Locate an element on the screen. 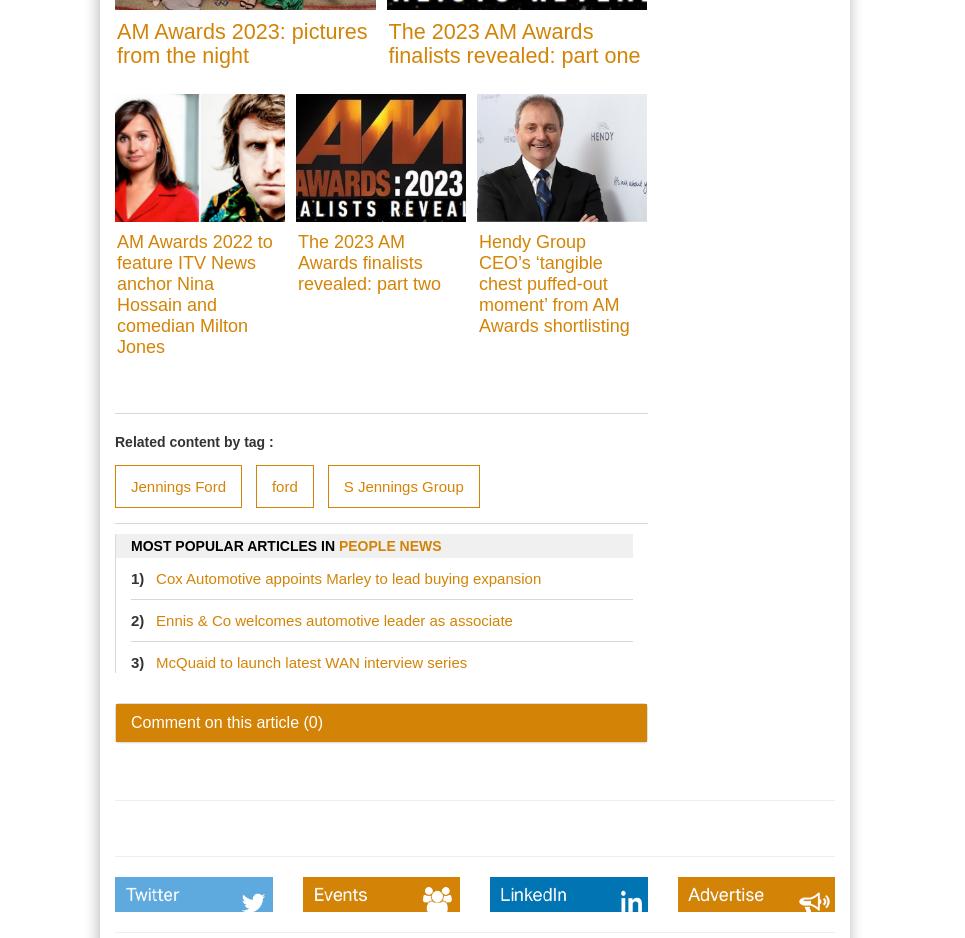  'McQuaid to launch latest WAN interview series' is located at coordinates (310, 661).